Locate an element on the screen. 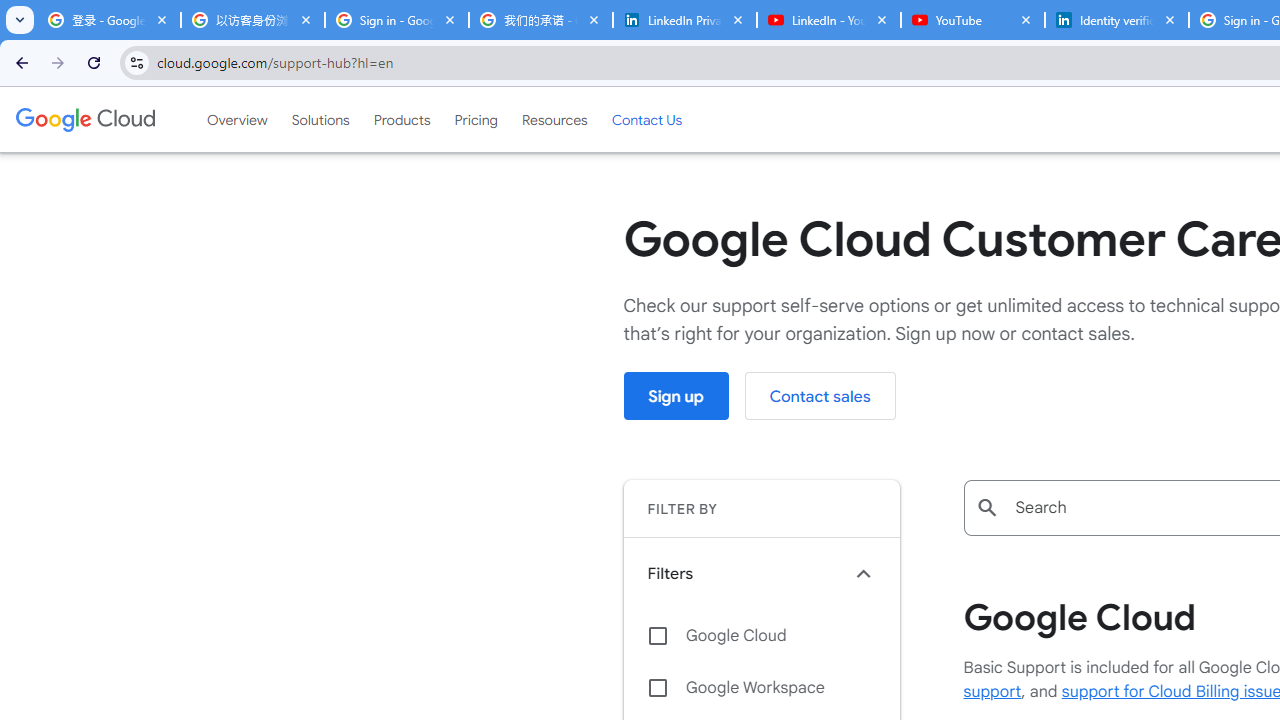 This screenshot has height=720, width=1280. 'Pricing' is located at coordinates (475, 119).